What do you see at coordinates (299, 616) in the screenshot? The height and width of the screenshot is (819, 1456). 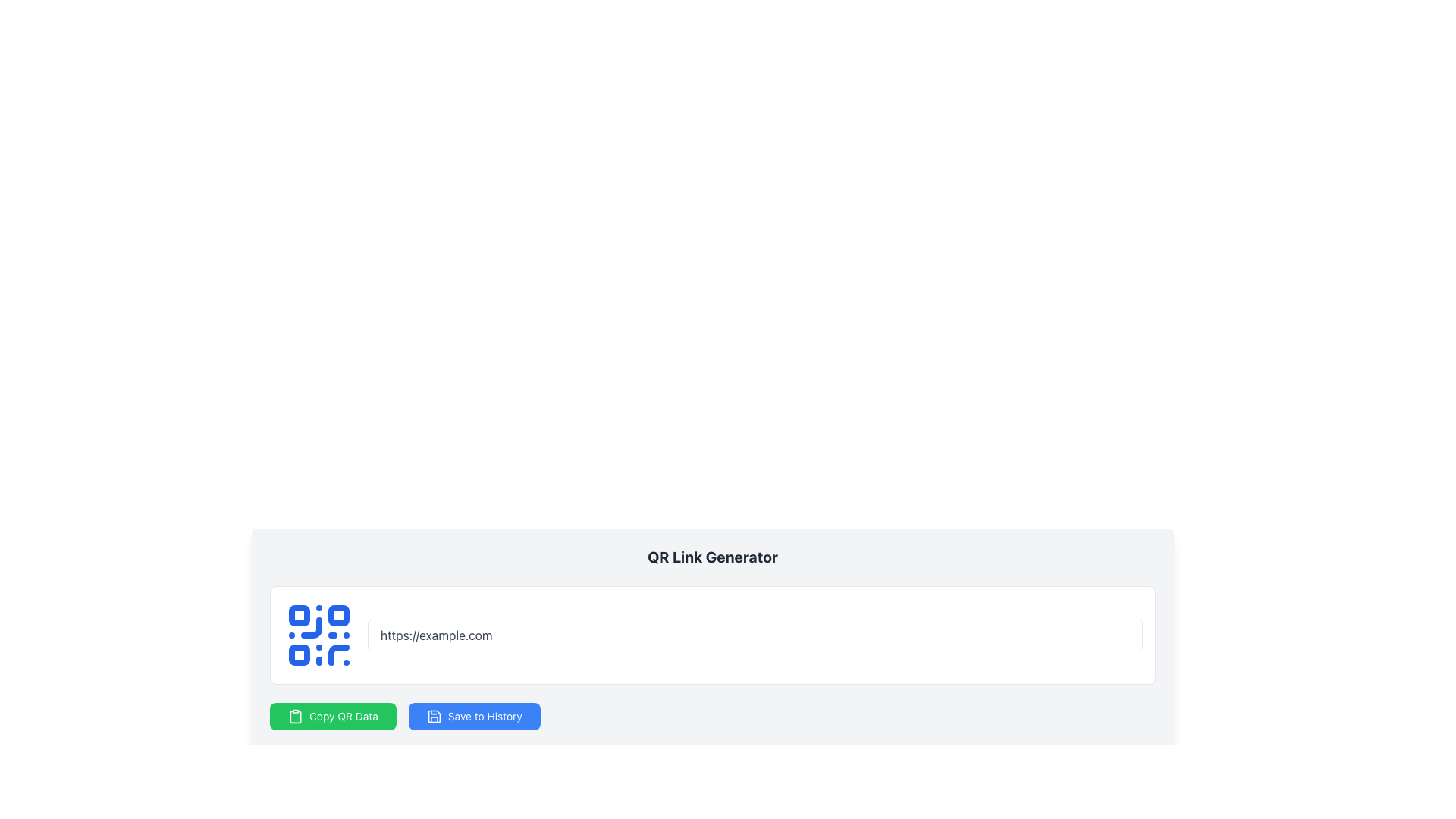 I see `the top-left decorative block of the QR code, which is a component of its design and helps form the scannable pattern` at bounding box center [299, 616].